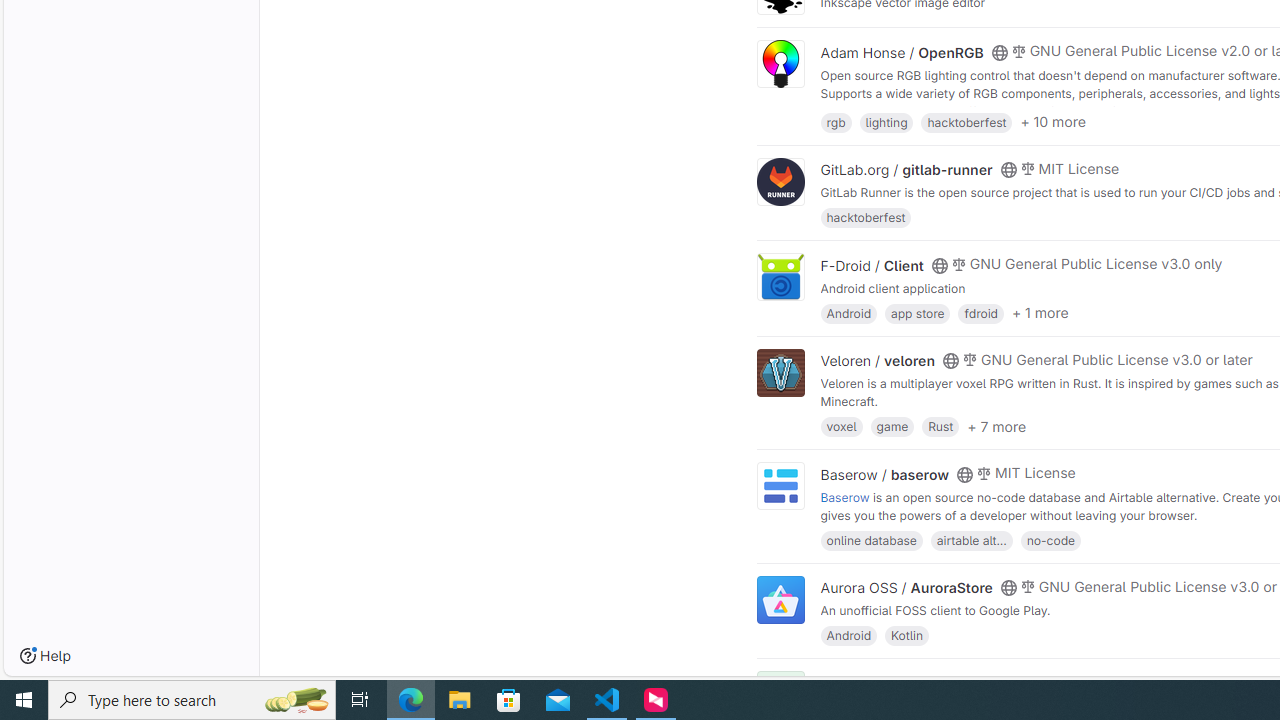 The image size is (1280, 720). What do you see at coordinates (901, 51) in the screenshot?
I see `'Adam Honse / OpenRGB'` at bounding box center [901, 51].